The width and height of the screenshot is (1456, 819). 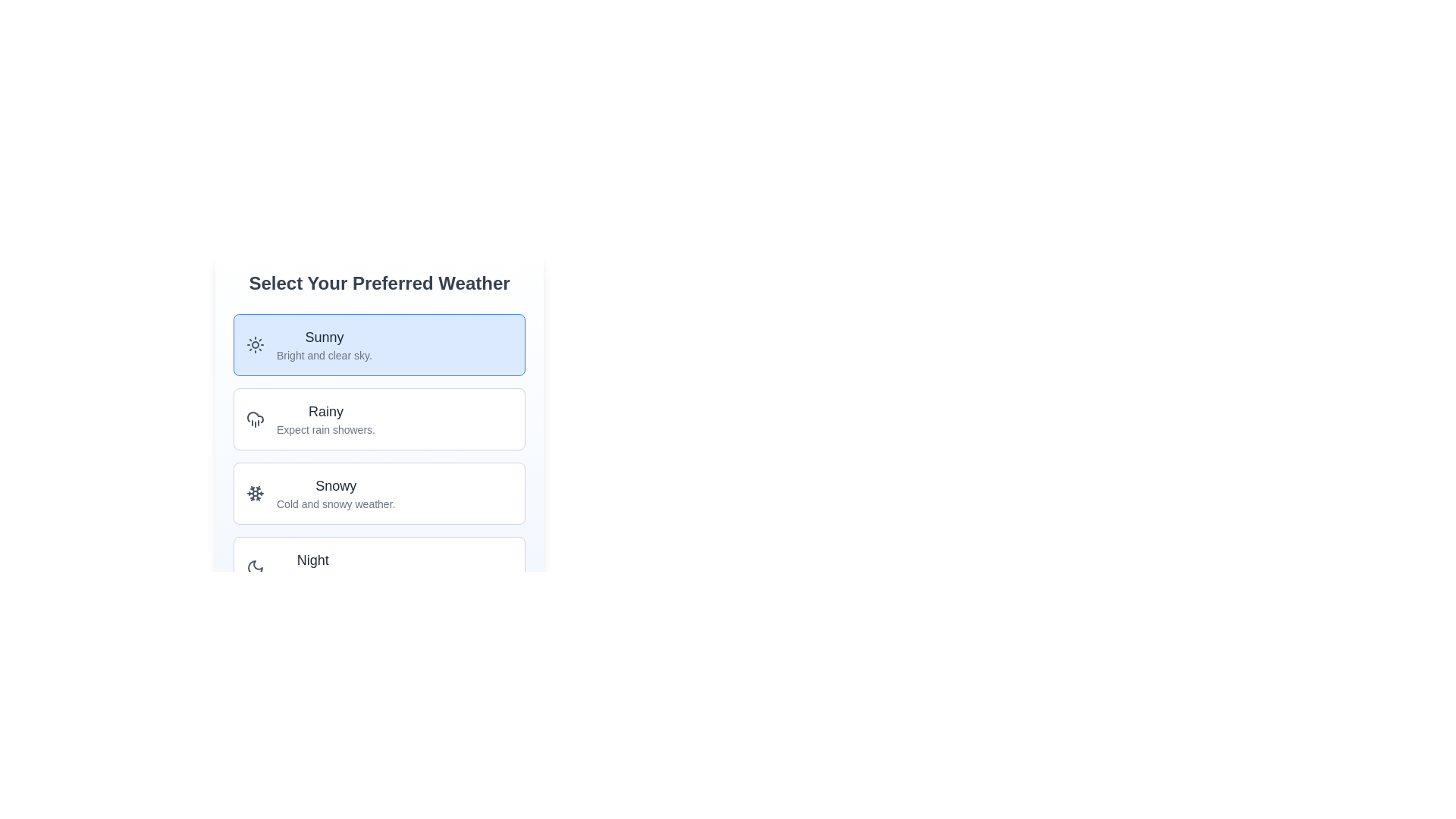 What do you see at coordinates (325, 412) in the screenshot?
I see `the text label 'Rainy' within the white rectangular card` at bounding box center [325, 412].